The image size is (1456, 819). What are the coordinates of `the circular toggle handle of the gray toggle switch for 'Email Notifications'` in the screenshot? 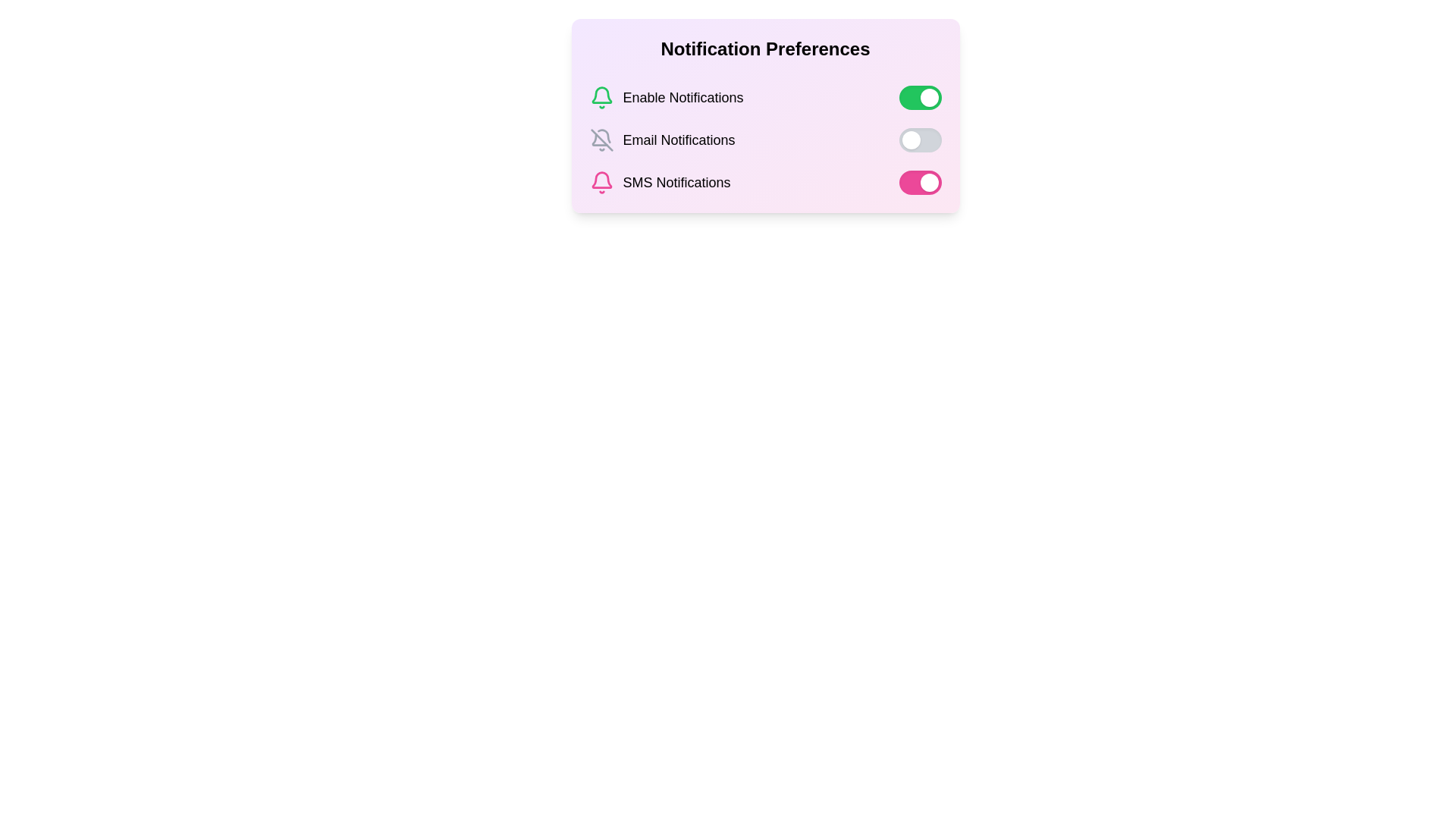 It's located at (910, 140).